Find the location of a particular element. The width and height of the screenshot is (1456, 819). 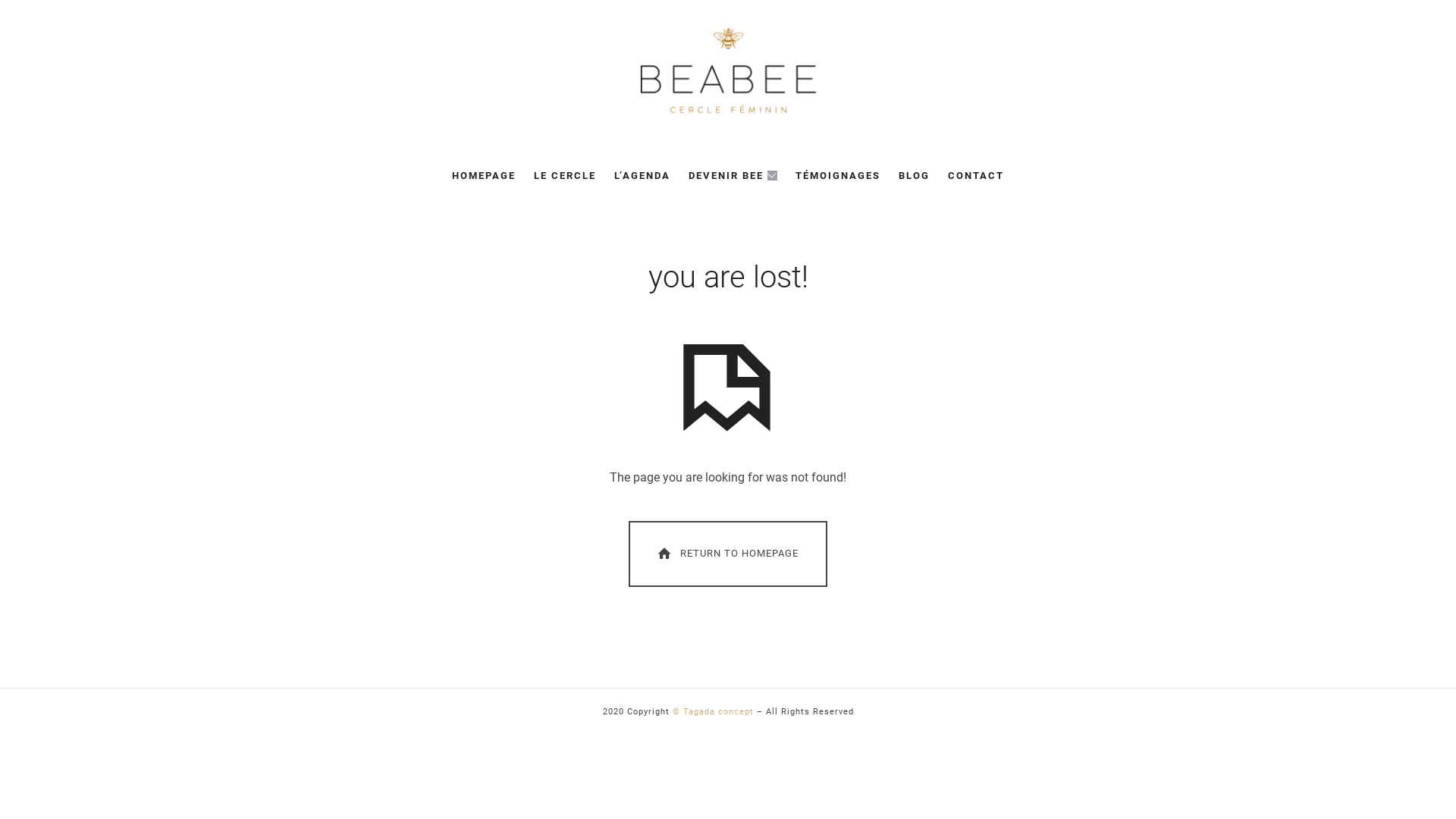

'HOMEPAGE' is located at coordinates (483, 174).